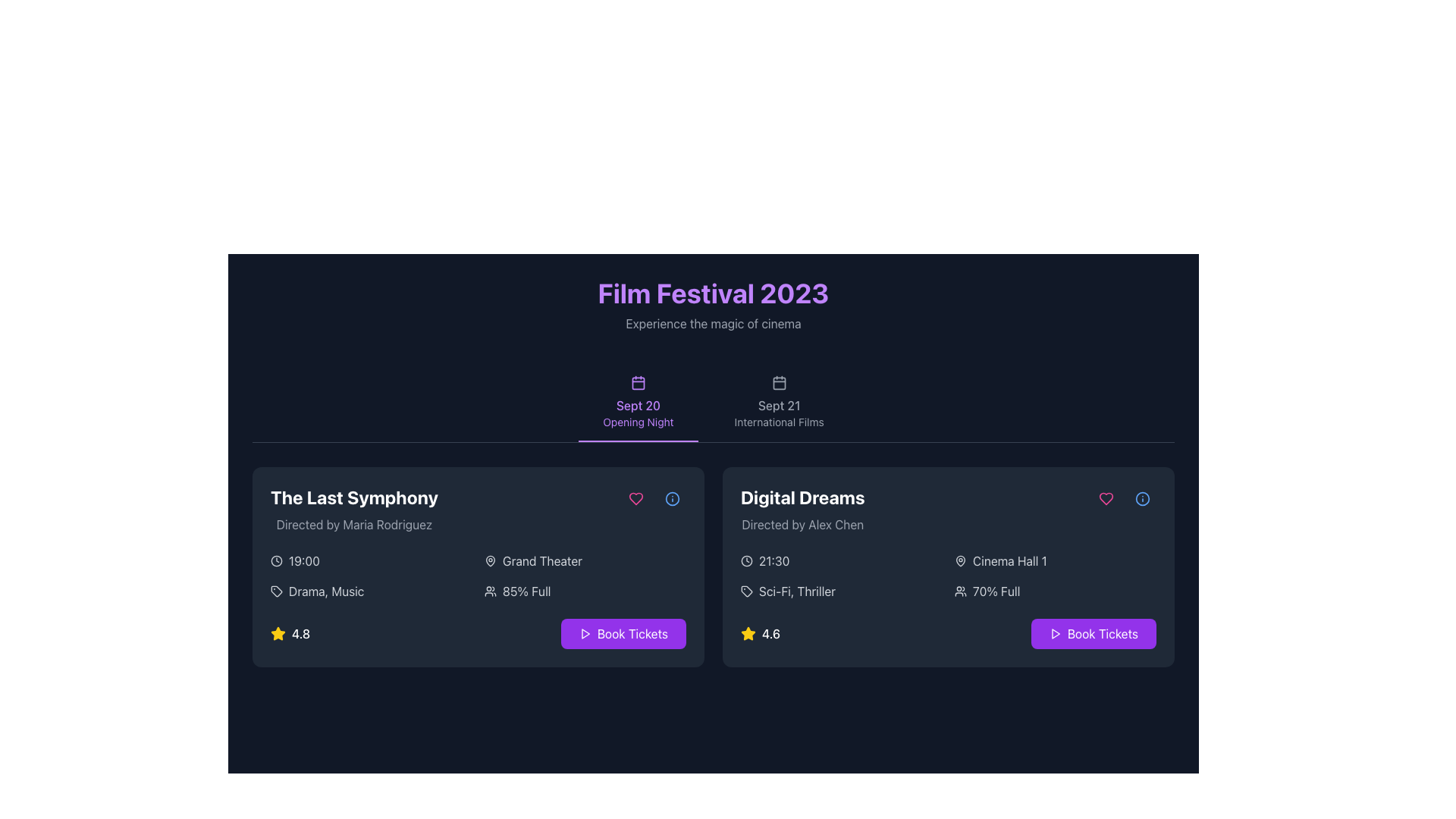  Describe the element at coordinates (779, 422) in the screenshot. I see `the descriptive text label that provides additional information about the calendar date event 'Sept 21', located immediately beneath it` at that location.